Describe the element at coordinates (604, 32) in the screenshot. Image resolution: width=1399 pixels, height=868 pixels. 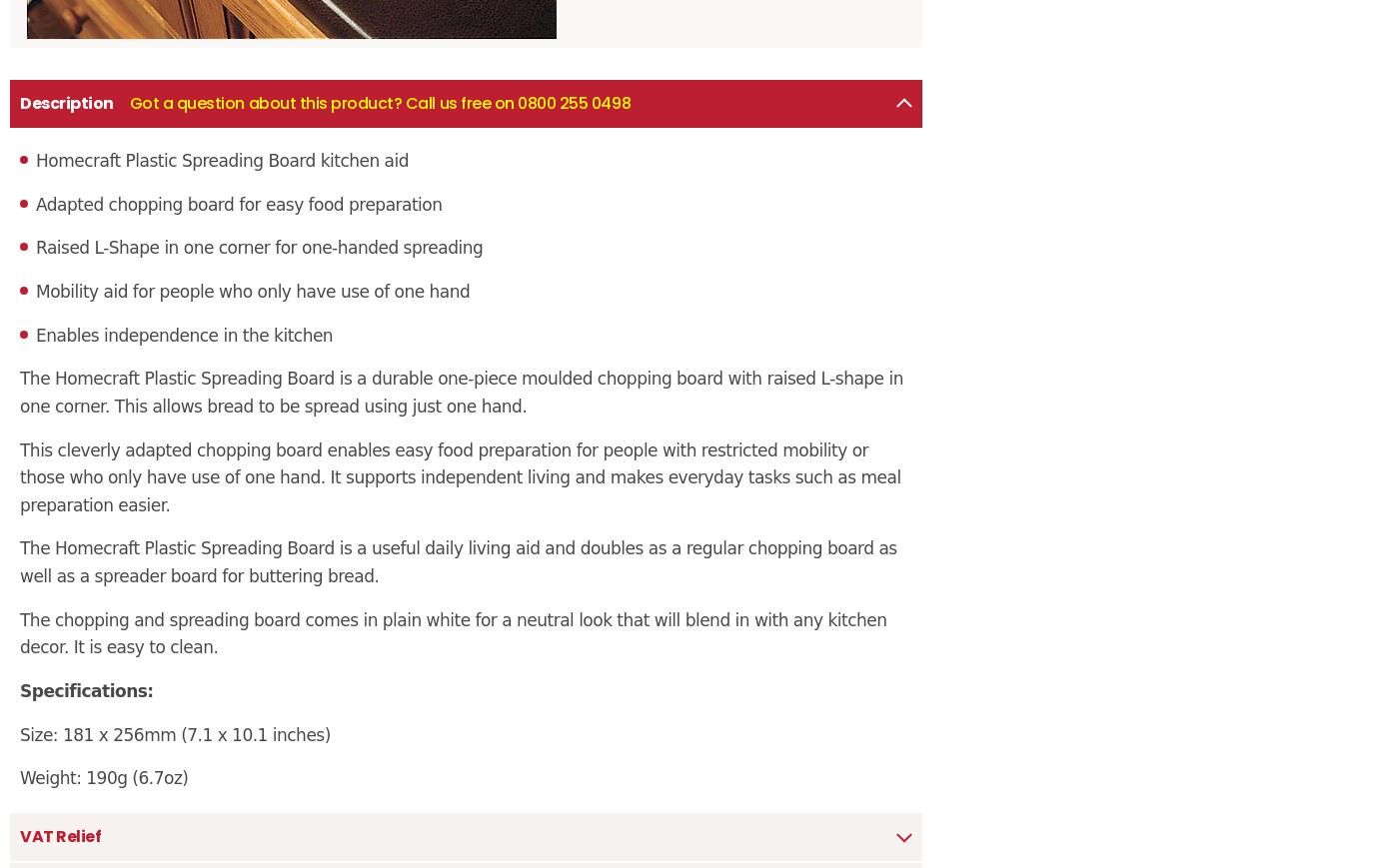
I see `'Proud members of BHTA'` at that location.